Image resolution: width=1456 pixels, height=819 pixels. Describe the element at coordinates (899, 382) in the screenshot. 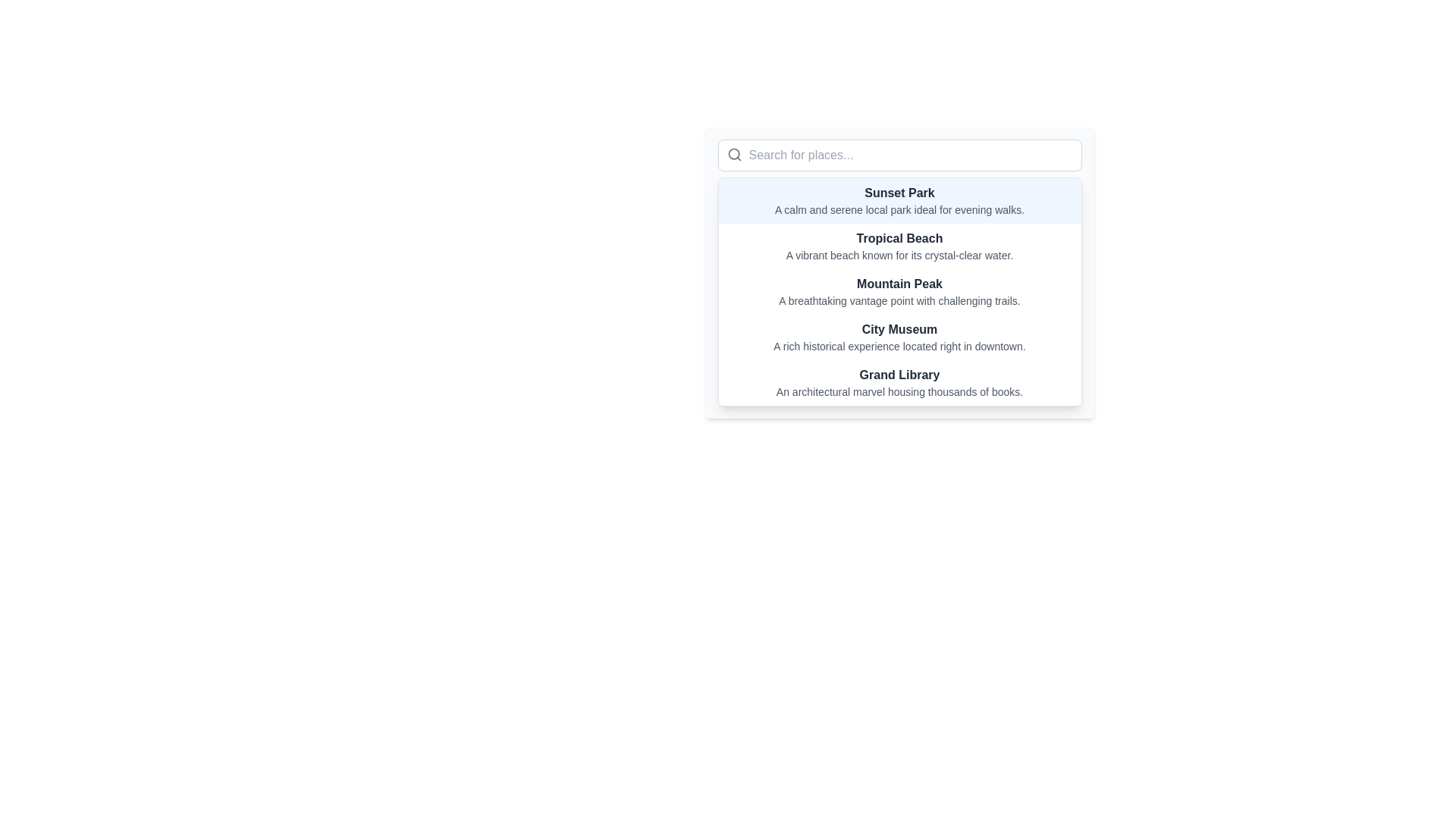

I see `to select the 'Grand Library' entry, which is the fifth item in a vertical list, featuring a bolded title in dark gray and a descriptive line in lighter gray` at that location.